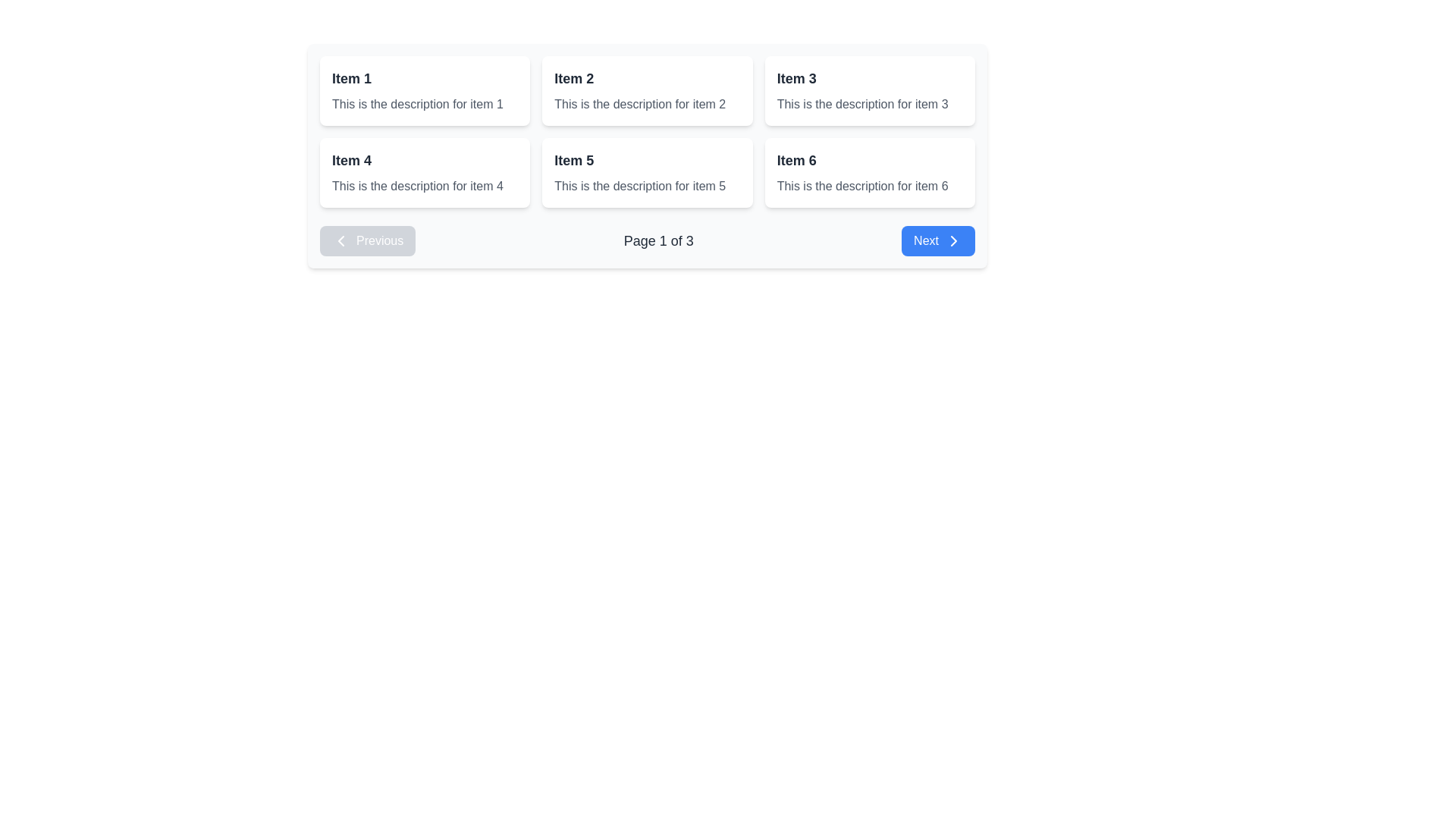 The width and height of the screenshot is (1456, 819). Describe the element at coordinates (795, 161) in the screenshot. I see `the Text Label that serves as the title for the sixth item card in the grid located in the third column of the second row` at that location.